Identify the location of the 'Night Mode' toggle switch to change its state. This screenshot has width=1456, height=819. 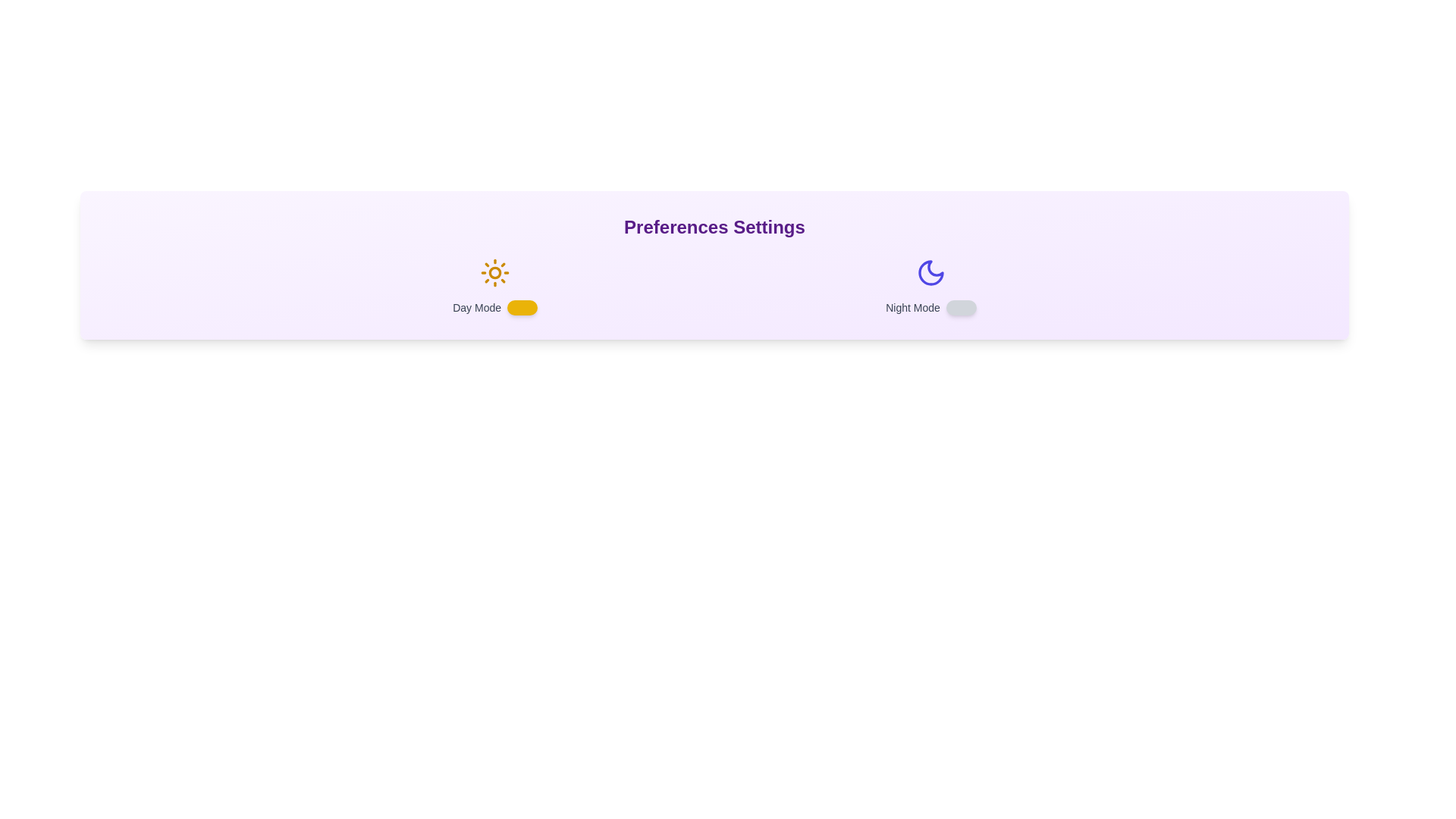
(960, 307).